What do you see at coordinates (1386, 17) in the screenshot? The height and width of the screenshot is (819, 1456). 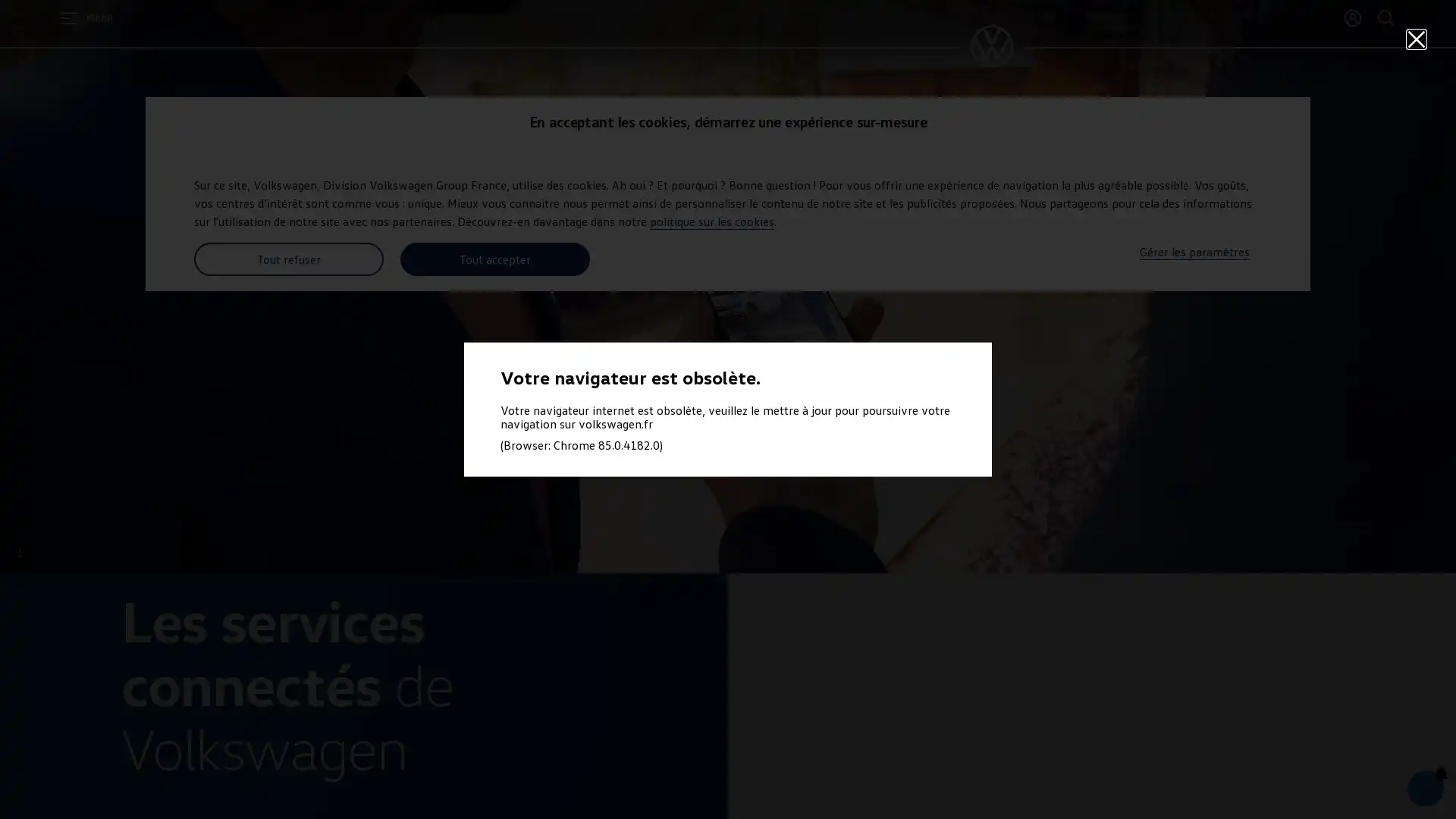 I see `Chercher` at bounding box center [1386, 17].